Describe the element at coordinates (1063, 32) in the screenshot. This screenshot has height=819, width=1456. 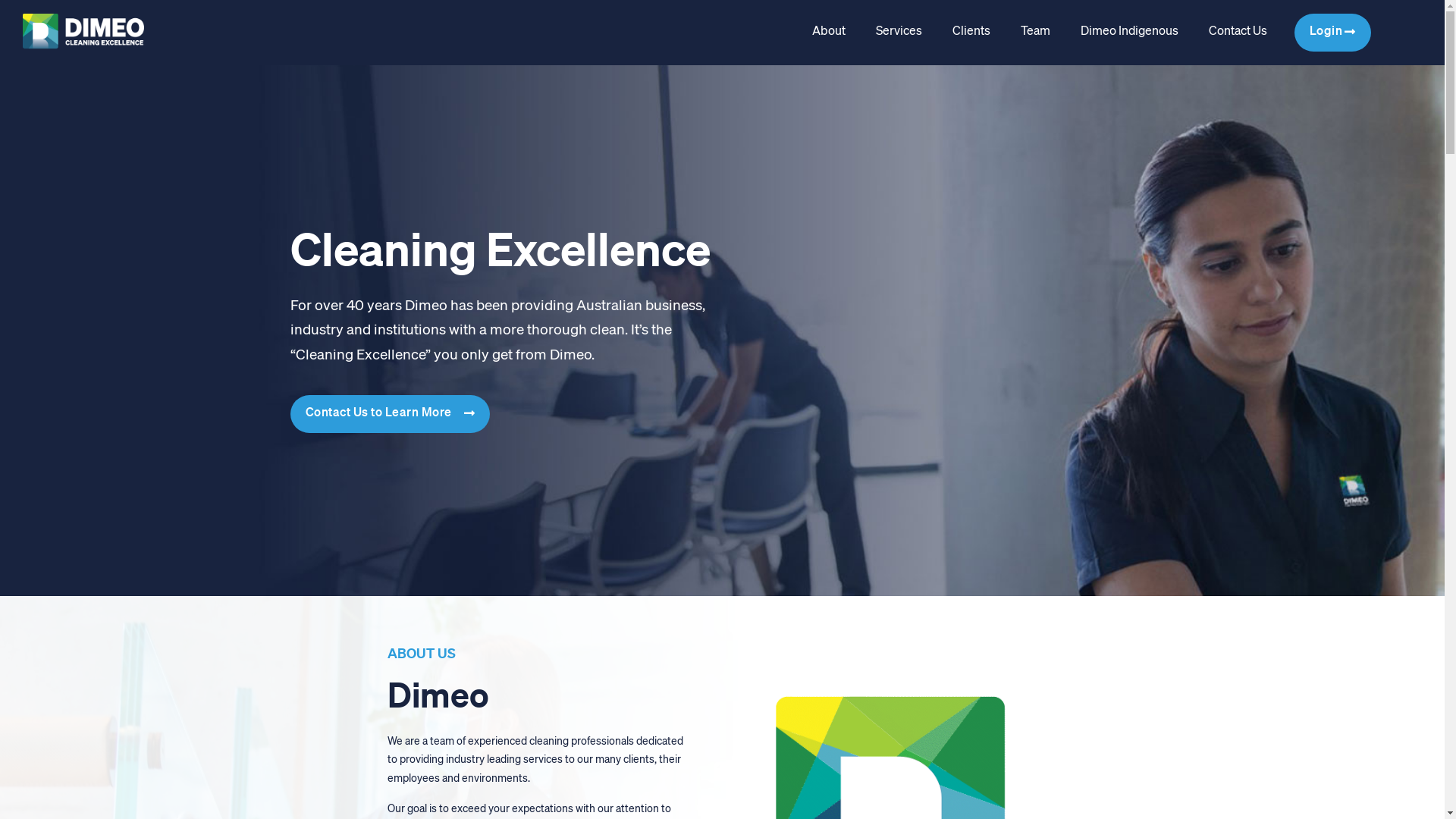
I see `'Dimeo Indigenous'` at that location.